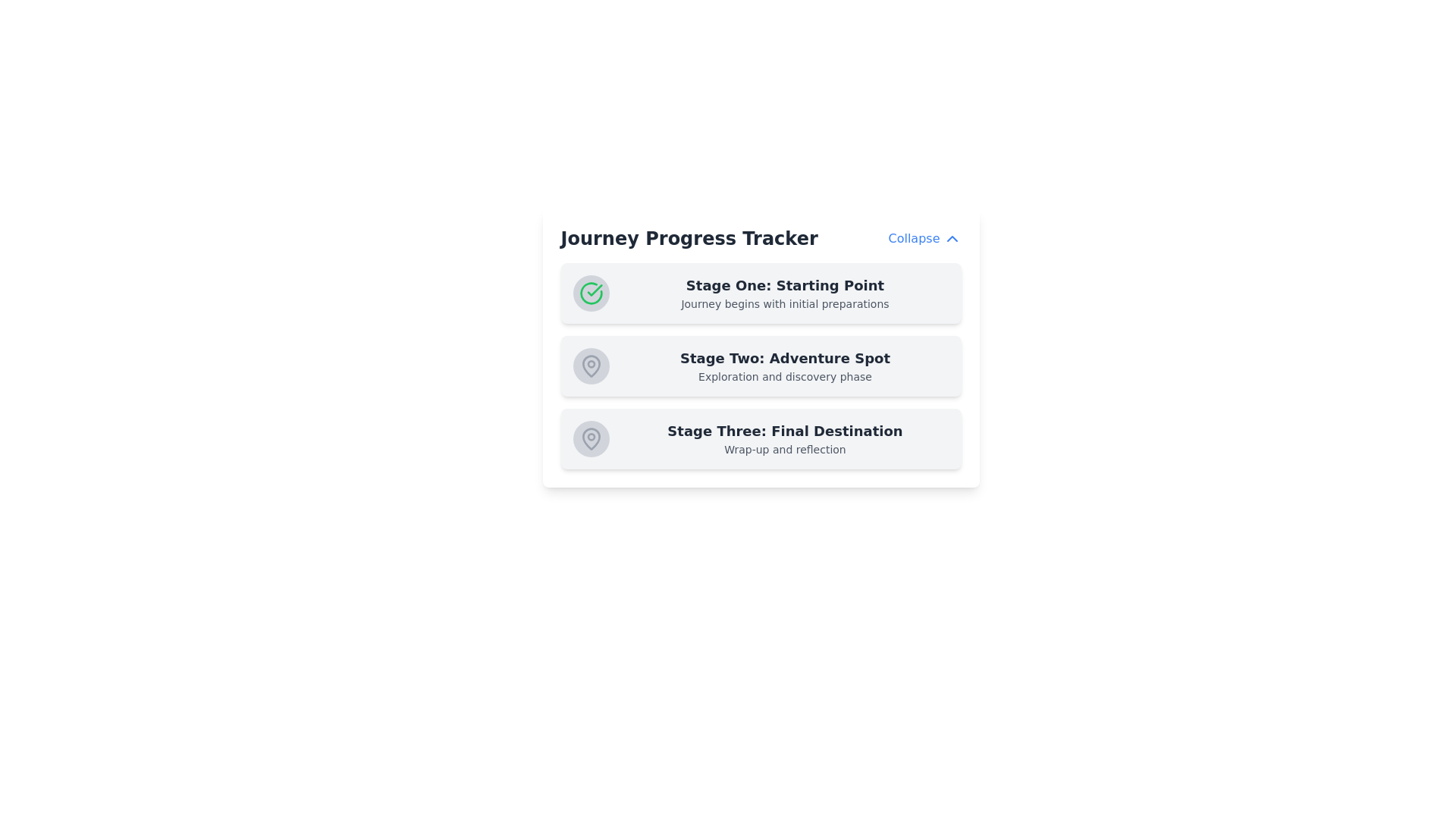 The image size is (1456, 819). Describe the element at coordinates (785, 366) in the screenshot. I see `the Text Block labeled 'Stage Two: Adventure Spot'` at that location.